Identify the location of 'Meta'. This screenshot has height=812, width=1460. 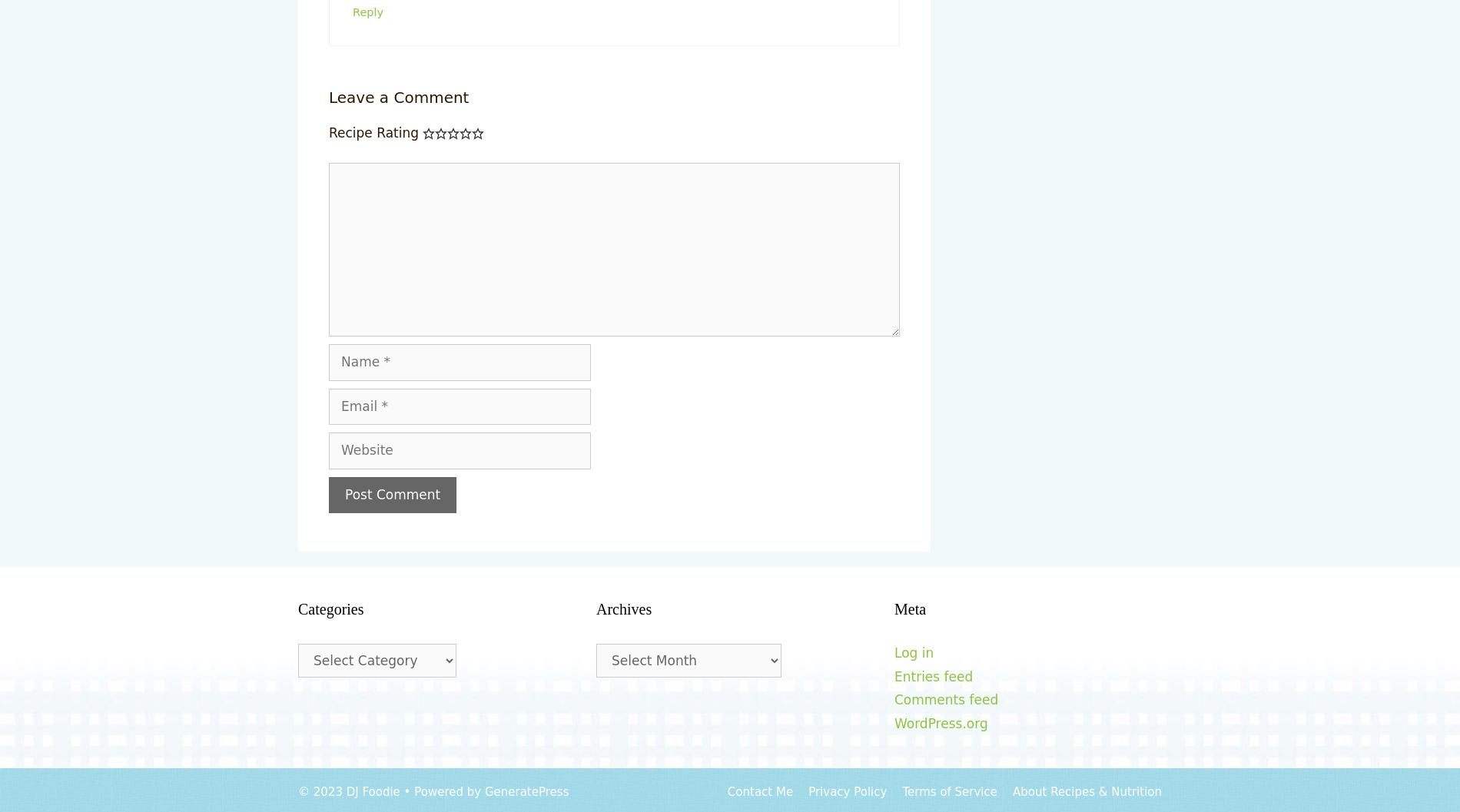
(910, 608).